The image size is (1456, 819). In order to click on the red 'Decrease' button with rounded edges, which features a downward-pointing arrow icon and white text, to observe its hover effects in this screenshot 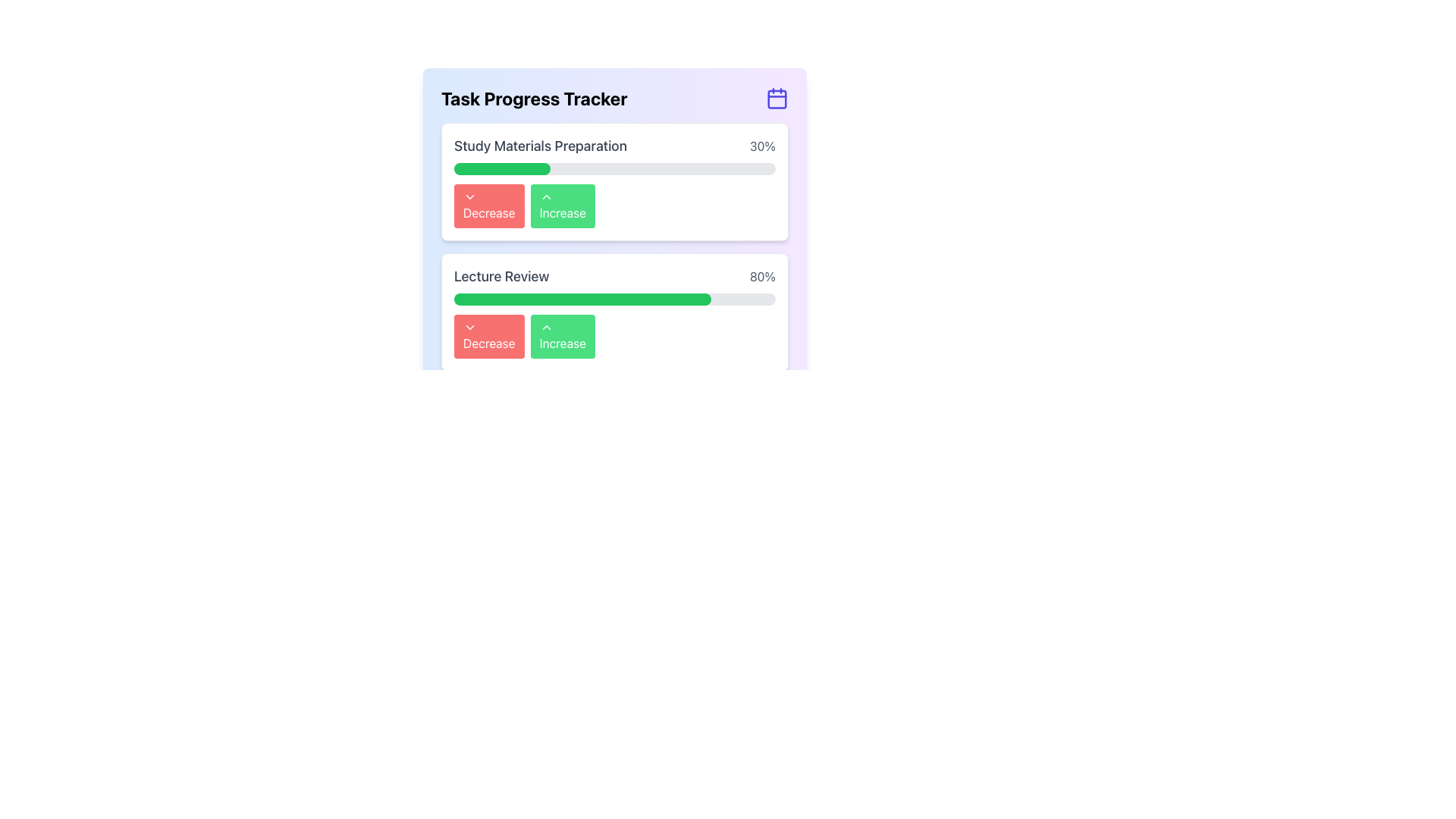, I will do `click(489, 206)`.